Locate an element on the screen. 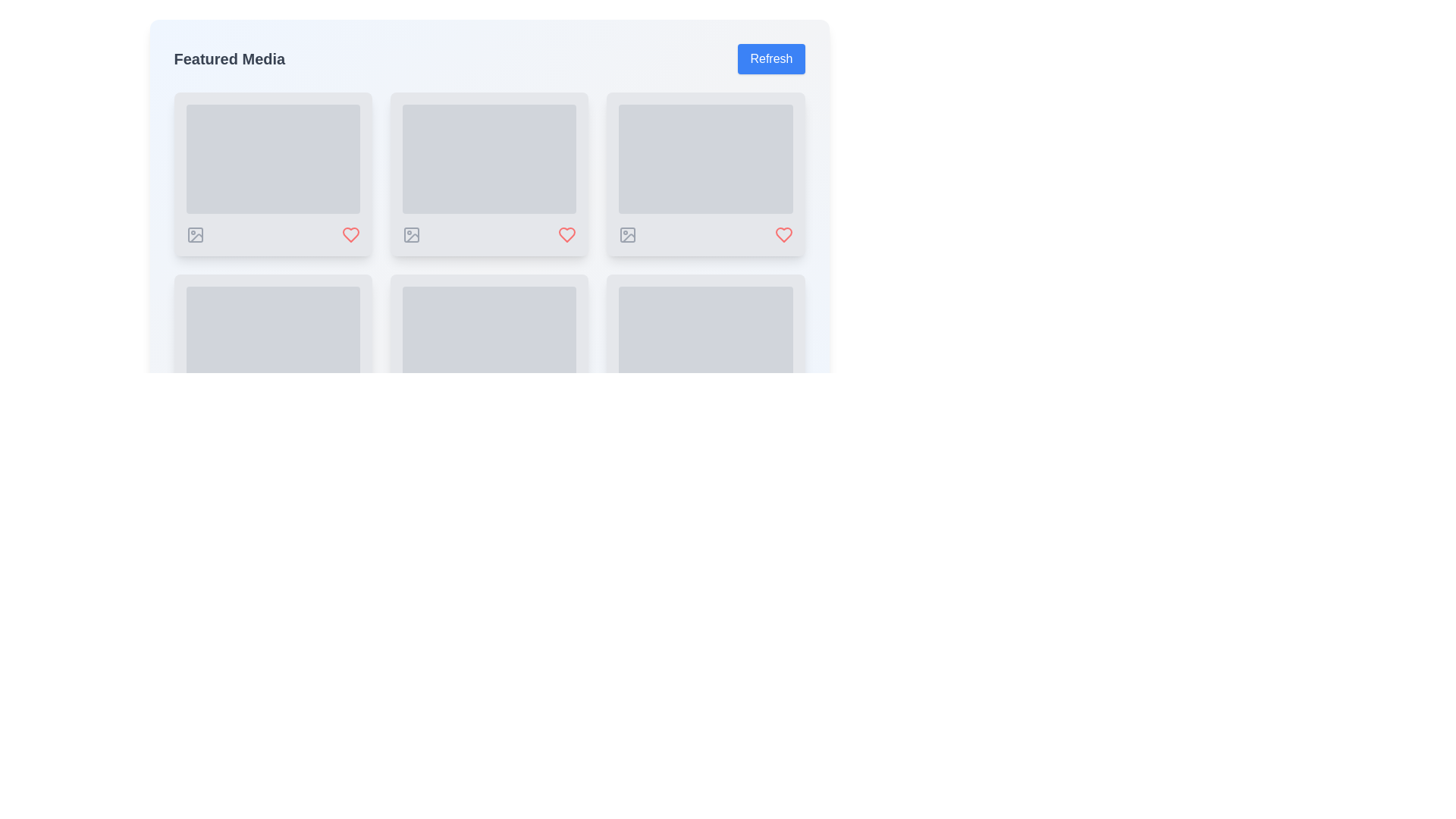  the interactive icons in the action bar located at the bottom of the card layout is located at coordinates (273, 234).